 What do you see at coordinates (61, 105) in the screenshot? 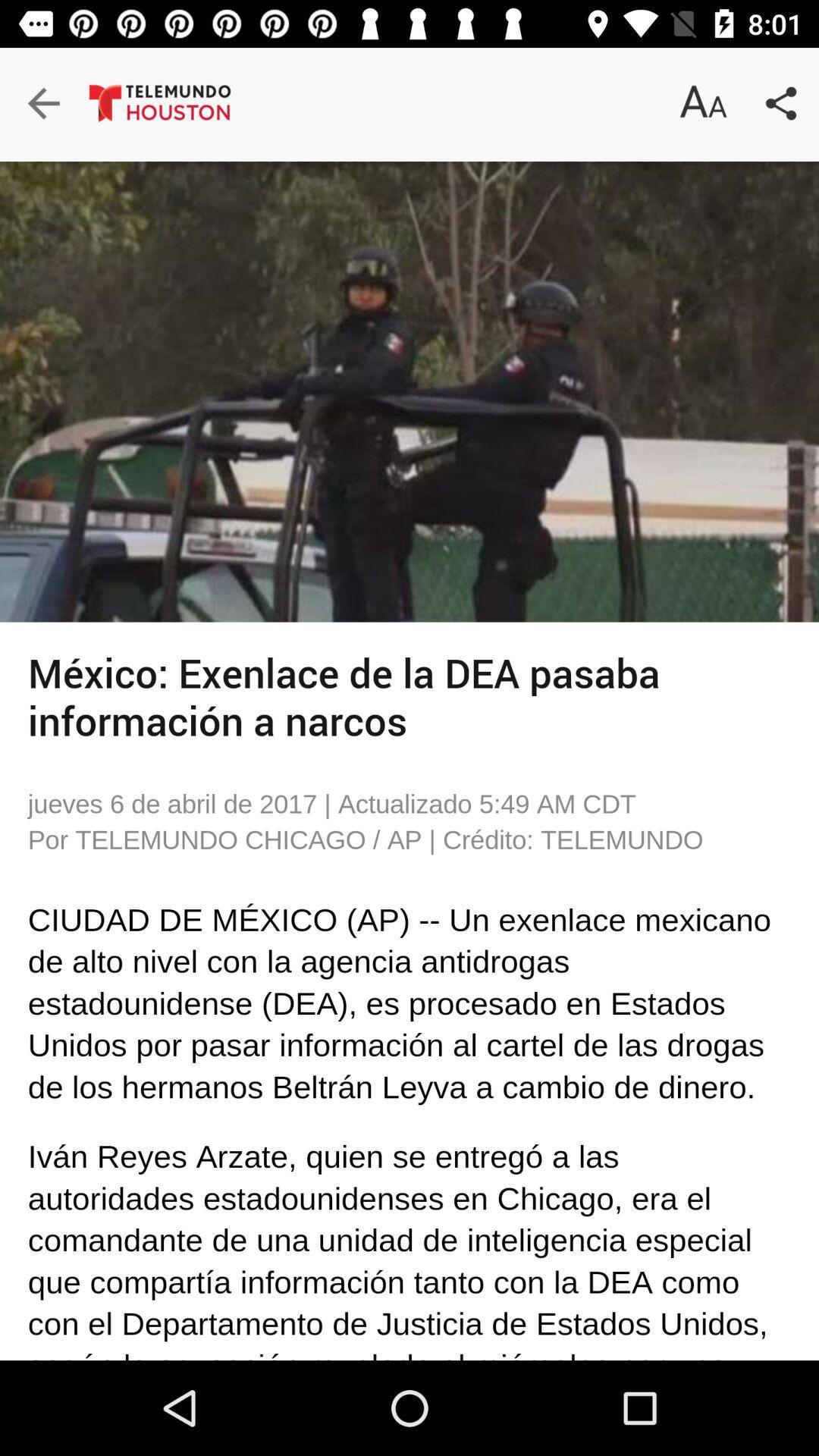
I see `the back arrow in top left corner` at bounding box center [61, 105].